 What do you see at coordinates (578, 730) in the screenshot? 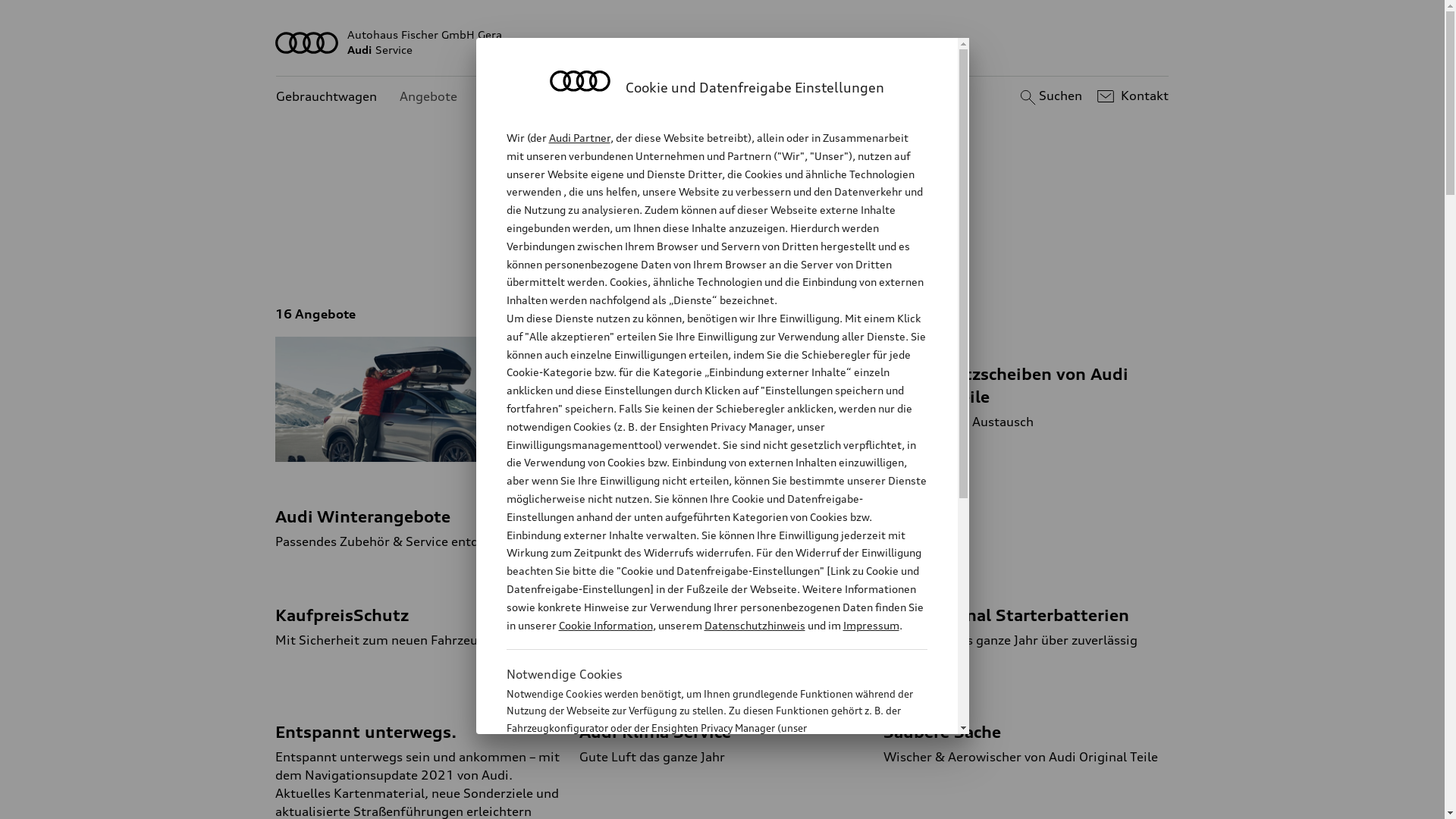
I see `'Audi Klima Service` at bounding box center [578, 730].